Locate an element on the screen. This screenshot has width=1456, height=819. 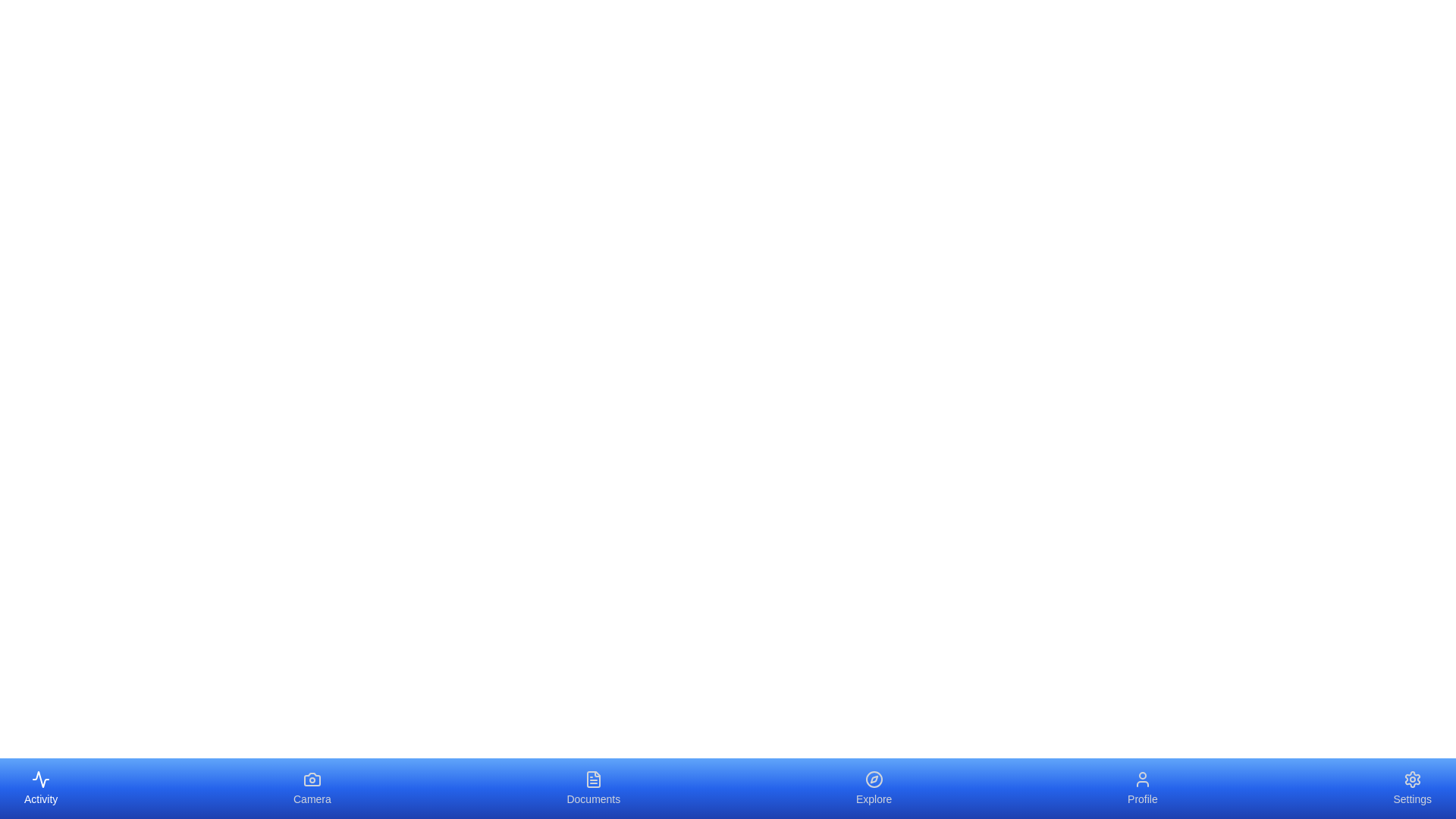
the tab labeled Documents is located at coordinates (592, 788).